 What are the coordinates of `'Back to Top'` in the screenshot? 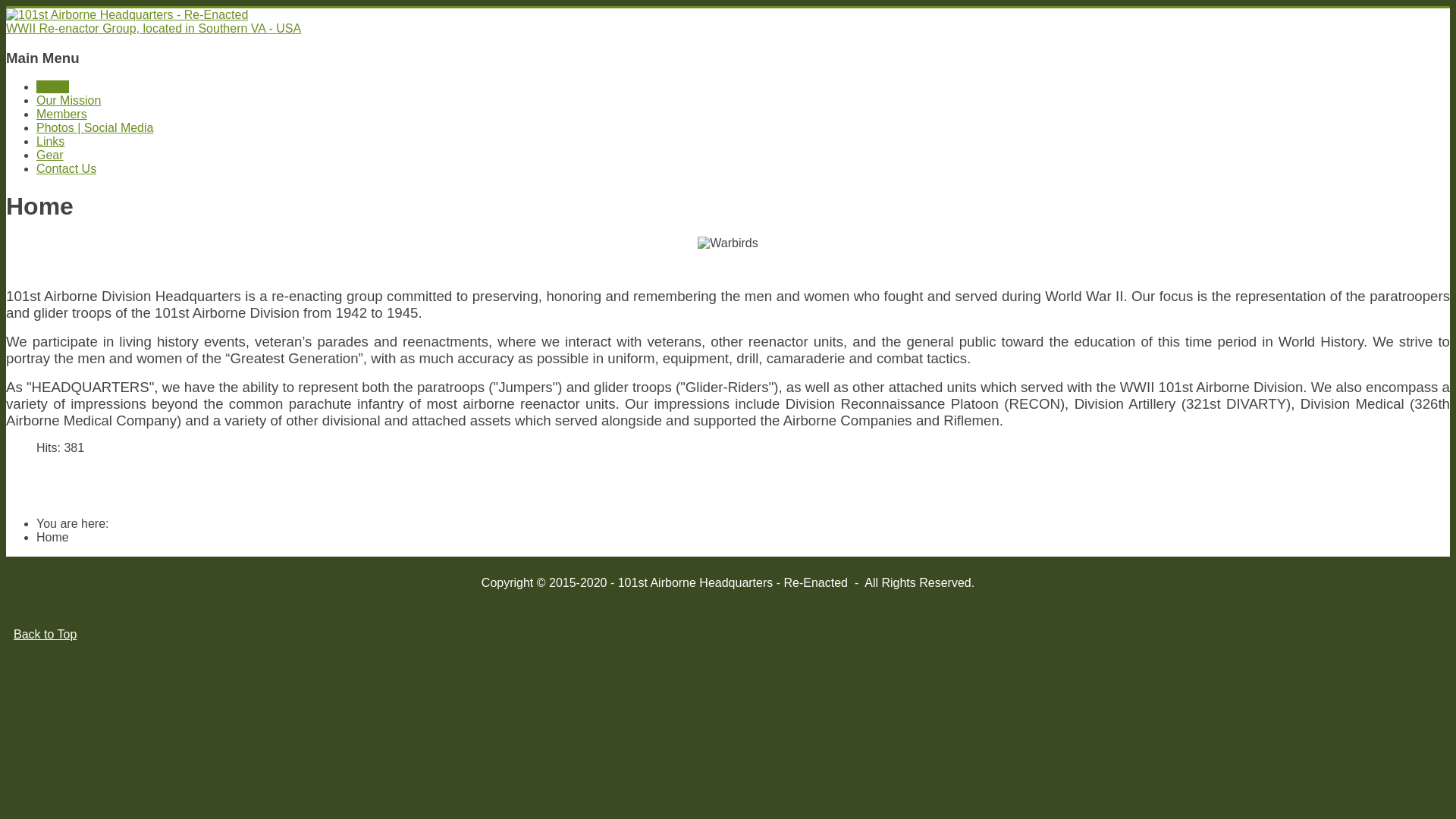 It's located at (45, 634).